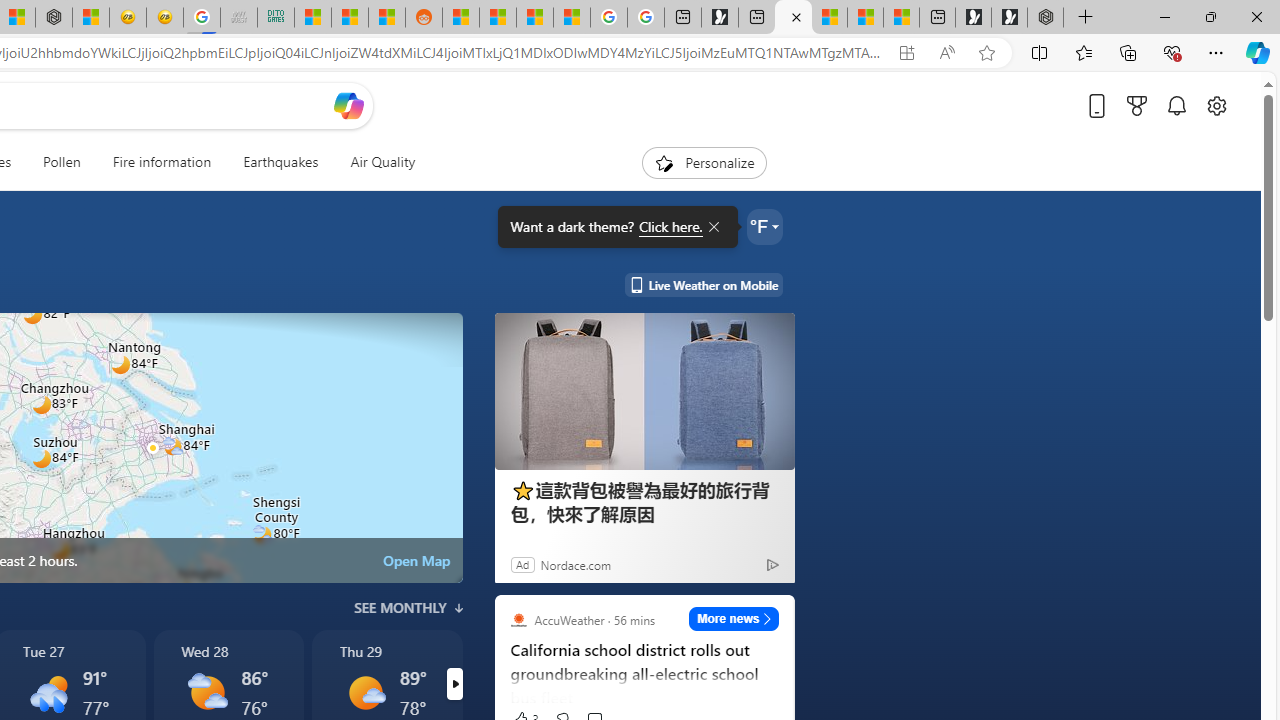 The image size is (1280, 720). Describe the element at coordinates (905, 52) in the screenshot. I see `'App available. Install Microsoft Start Weather'` at that location.